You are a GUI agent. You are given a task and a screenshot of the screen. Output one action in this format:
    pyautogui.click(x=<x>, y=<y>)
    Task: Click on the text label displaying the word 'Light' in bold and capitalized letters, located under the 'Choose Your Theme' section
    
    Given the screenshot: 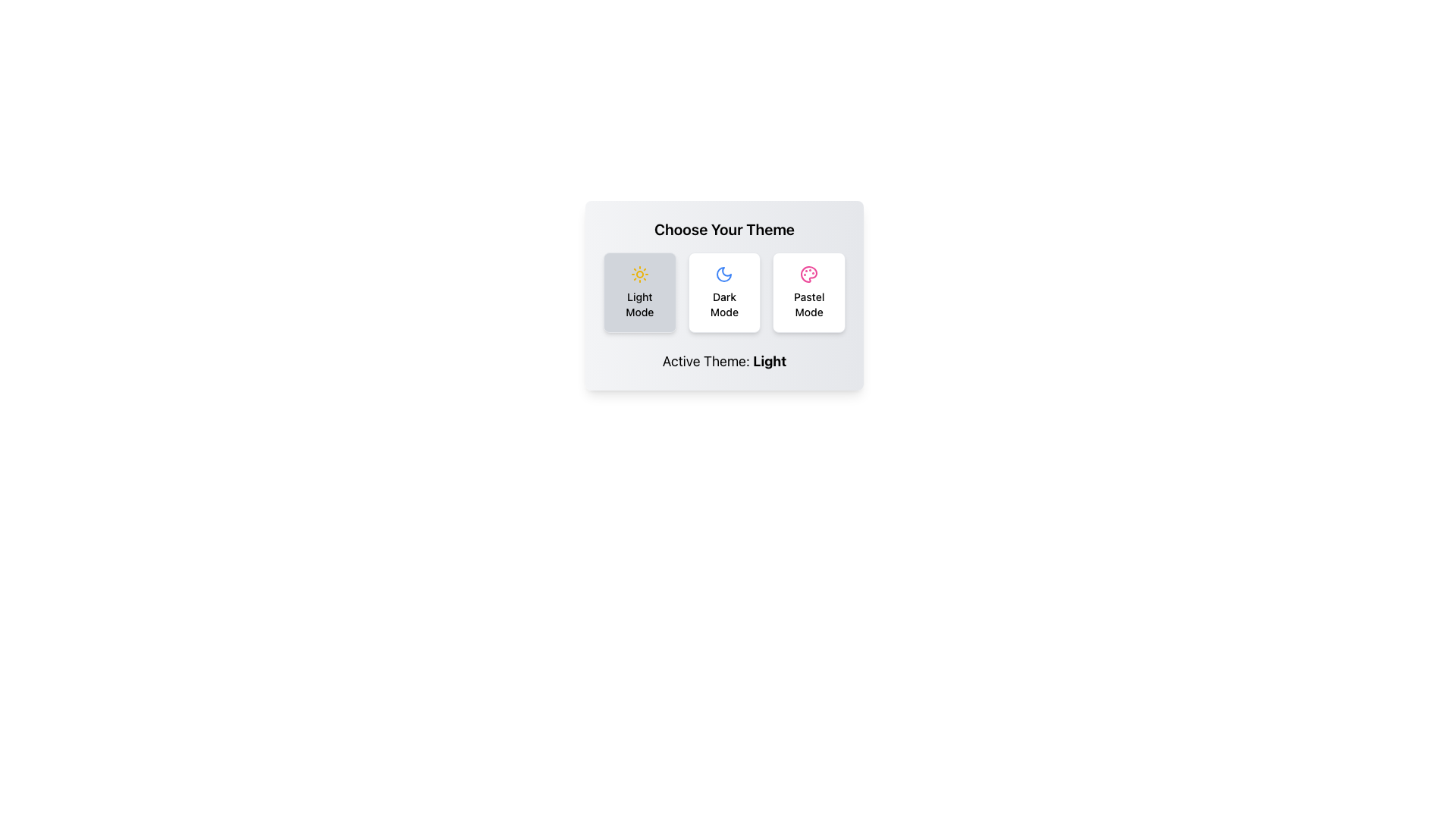 What is the action you would take?
    pyautogui.click(x=770, y=361)
    